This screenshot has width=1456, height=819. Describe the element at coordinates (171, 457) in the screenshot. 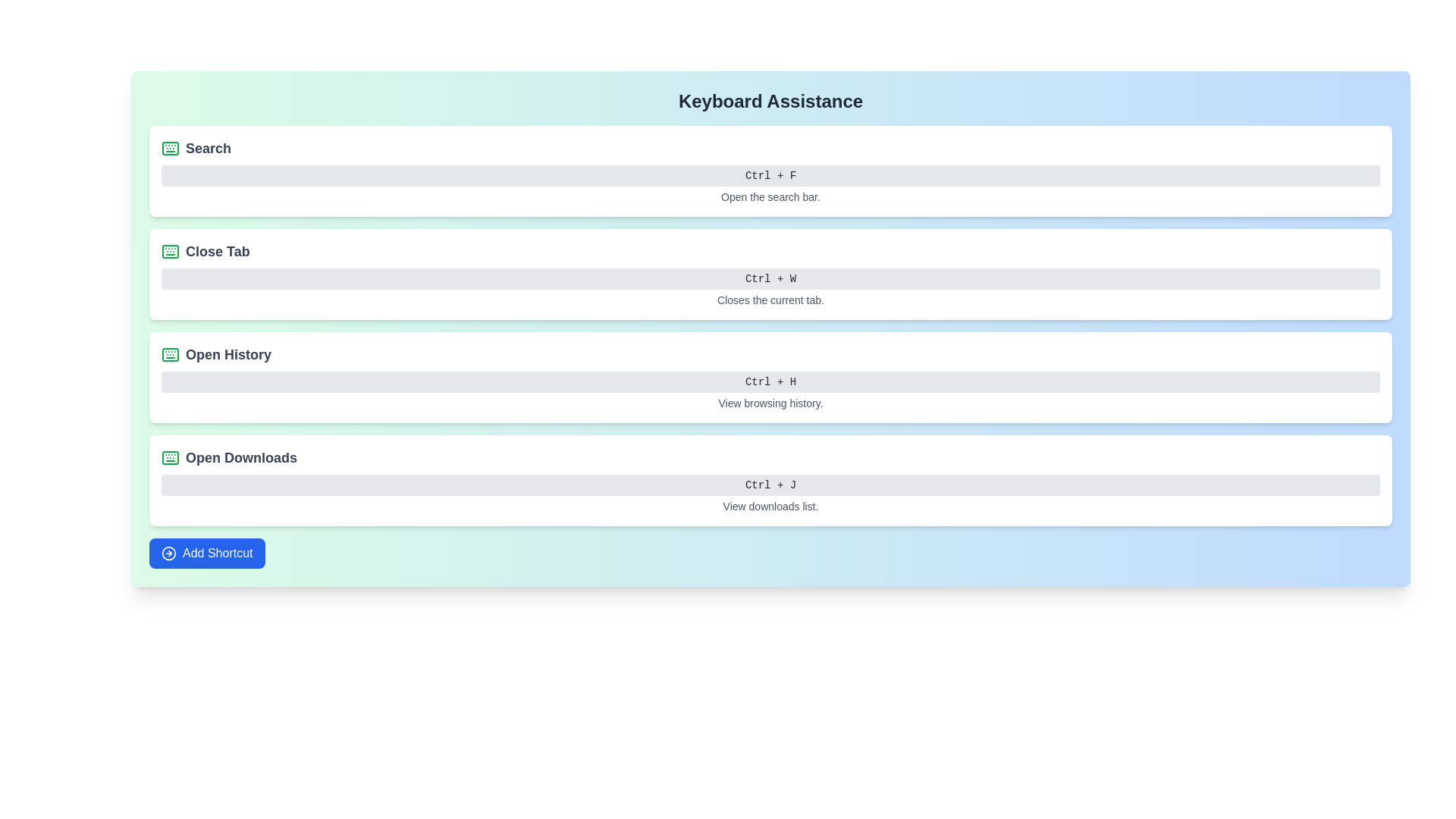

I see `the background rectangle of the keyboard icon, which serves as the main shape or structural component of the SVG icon` at that location.